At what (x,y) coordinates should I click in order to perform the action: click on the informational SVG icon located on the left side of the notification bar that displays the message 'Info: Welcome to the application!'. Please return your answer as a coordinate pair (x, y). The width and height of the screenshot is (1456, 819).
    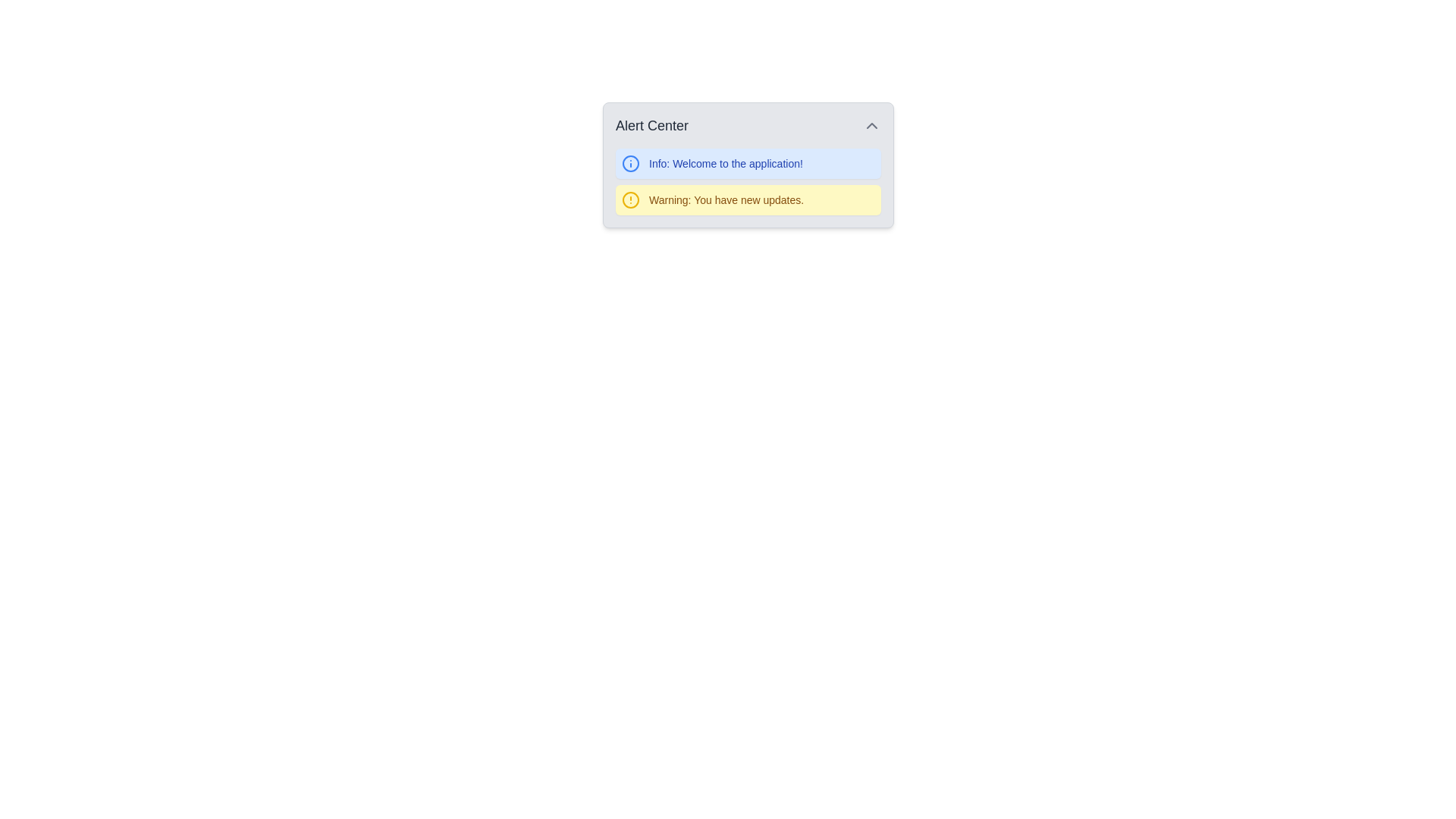
    Looking at the image, I should click on (630, 164).